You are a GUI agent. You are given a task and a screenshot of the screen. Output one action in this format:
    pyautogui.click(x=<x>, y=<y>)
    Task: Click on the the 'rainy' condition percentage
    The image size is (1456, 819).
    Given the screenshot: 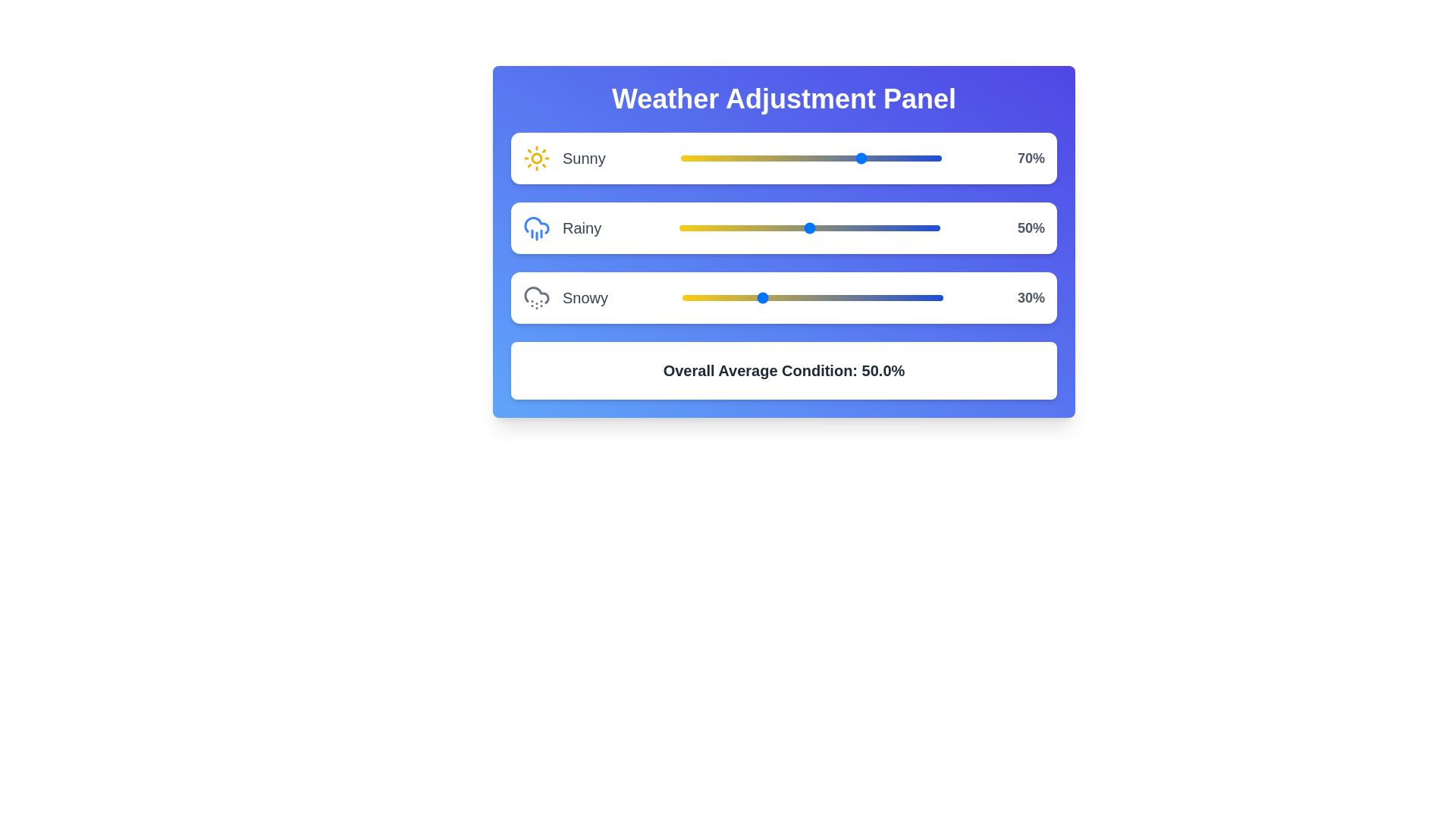 What is the action you would take?
    pyautogui.click(x=885, y=227)
    